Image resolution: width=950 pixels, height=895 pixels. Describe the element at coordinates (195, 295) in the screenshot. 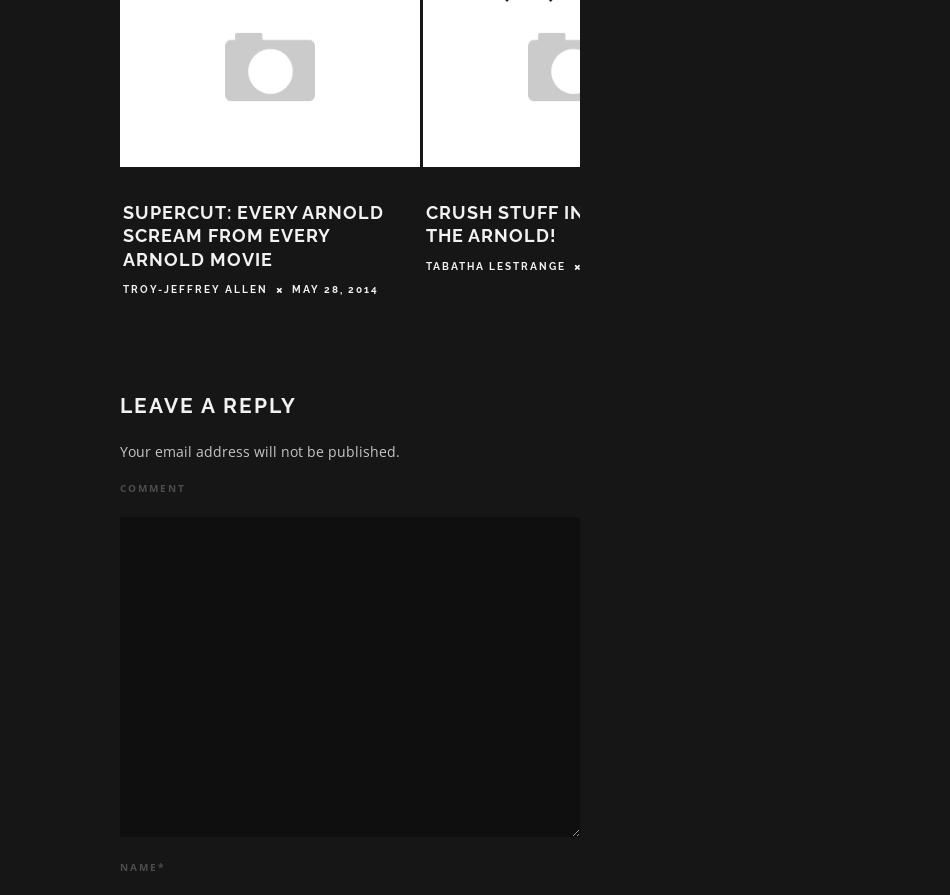

I see `'Troy-Jeffrey Allen'` at that location.